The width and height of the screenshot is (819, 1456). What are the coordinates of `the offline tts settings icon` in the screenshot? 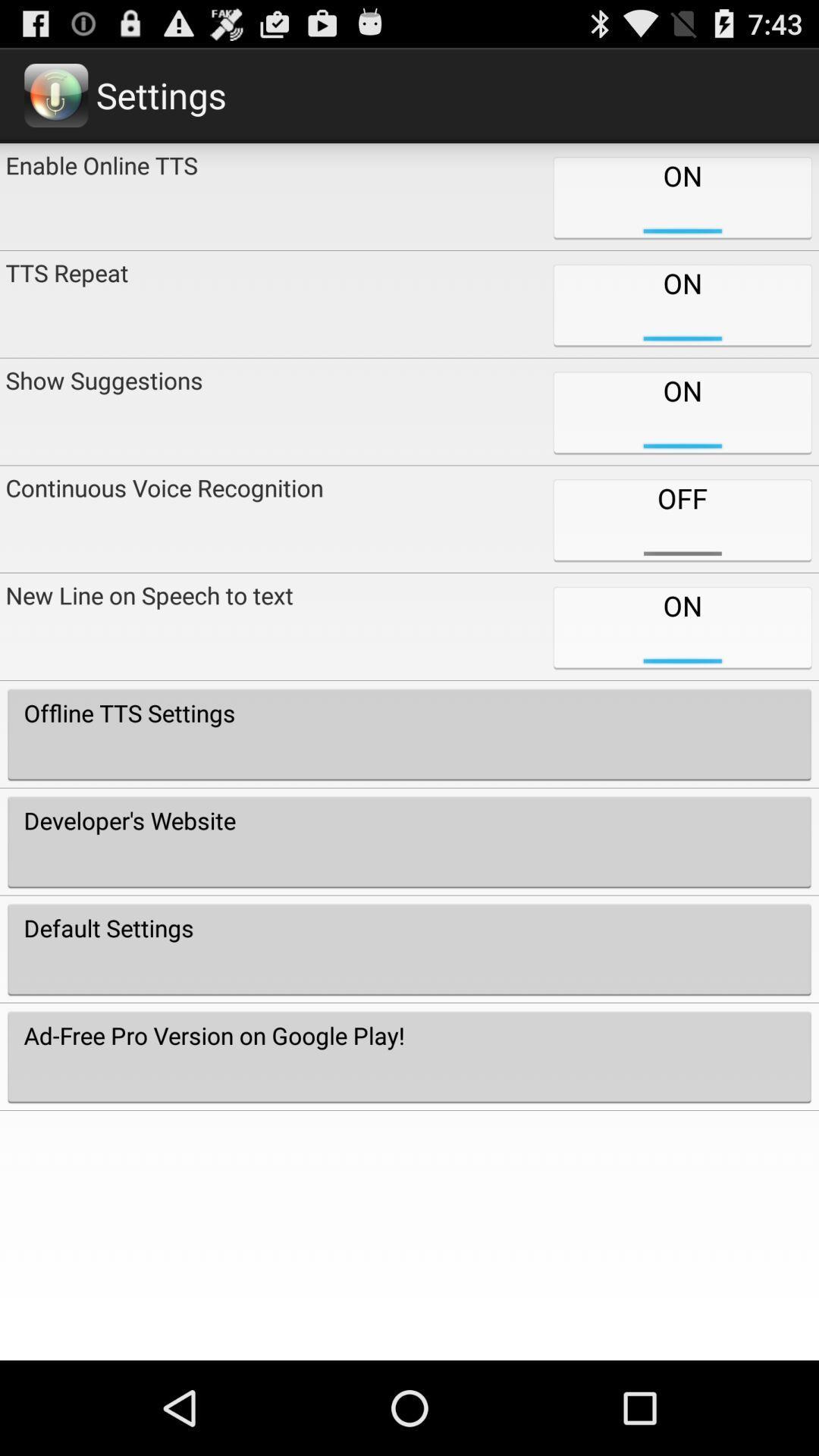 It's located at (409, 734).